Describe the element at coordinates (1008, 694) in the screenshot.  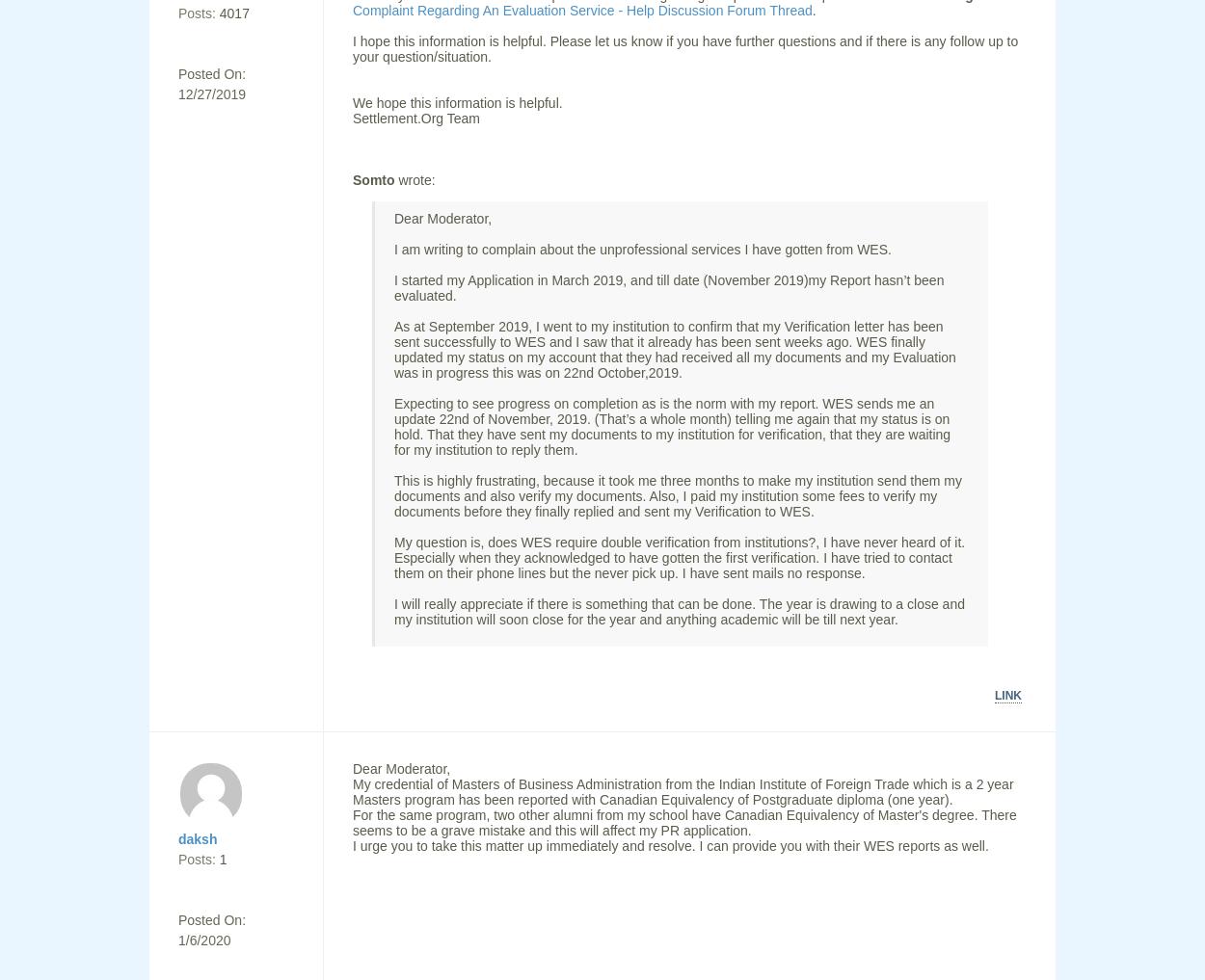
I see `'link'` at that location.